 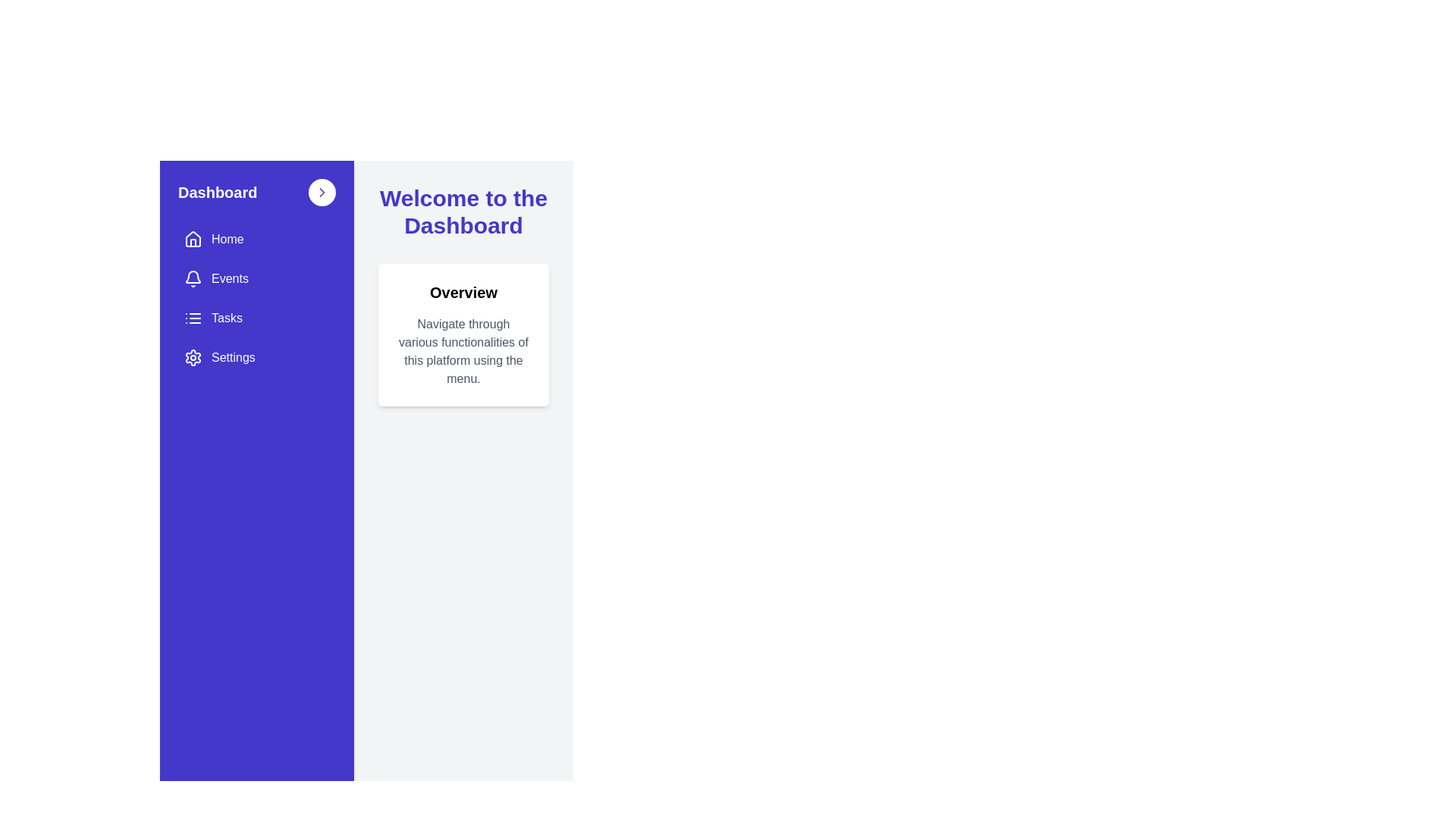 I want to click on the navigation button that redirects to the settings section, located as the fourth item in the sidebar navigation options, so click(x=257, y=357).